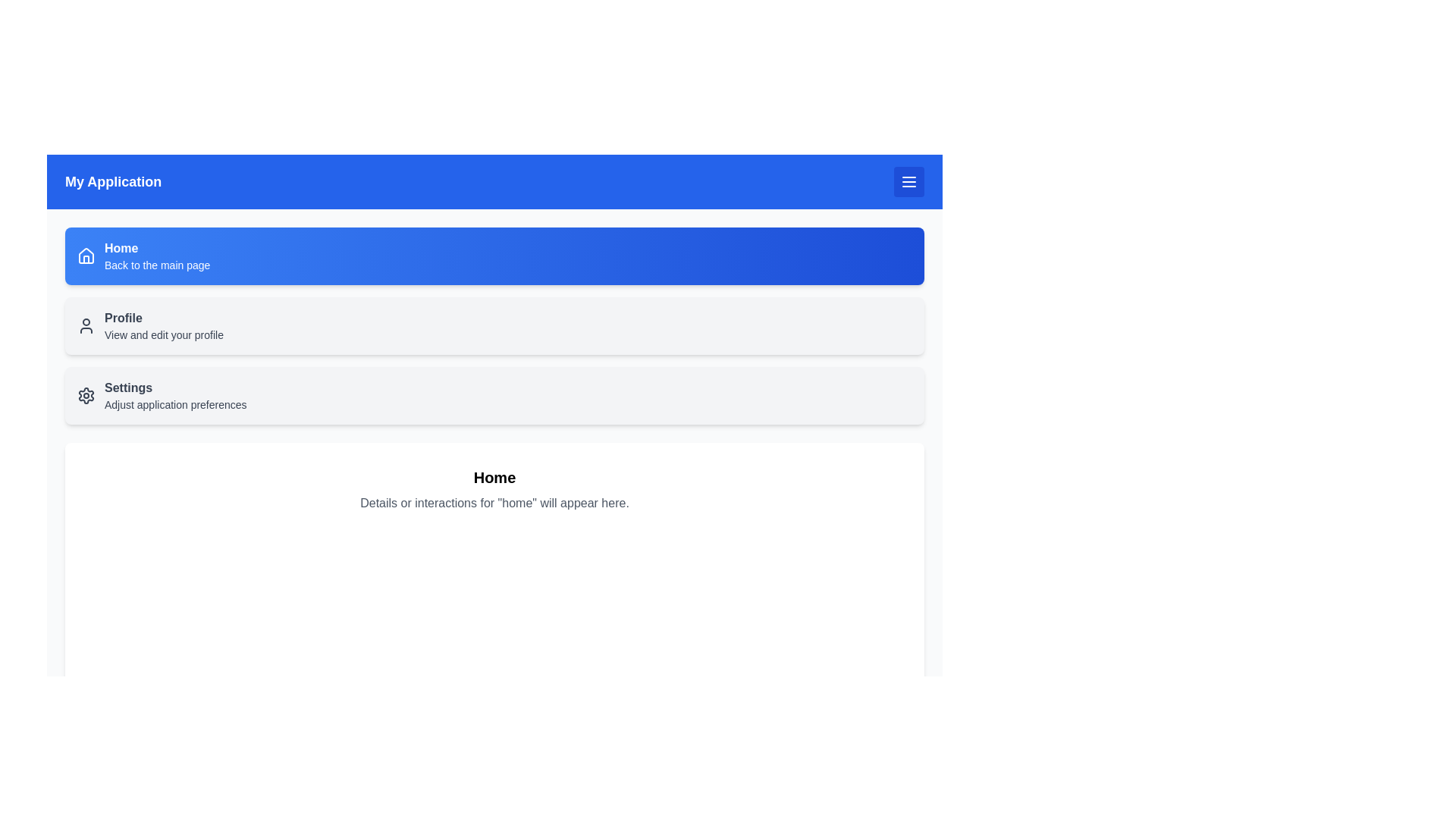  I want to click on the user icon located in the 'Profile' section of the vertical navigation menu, so click(86, 325).